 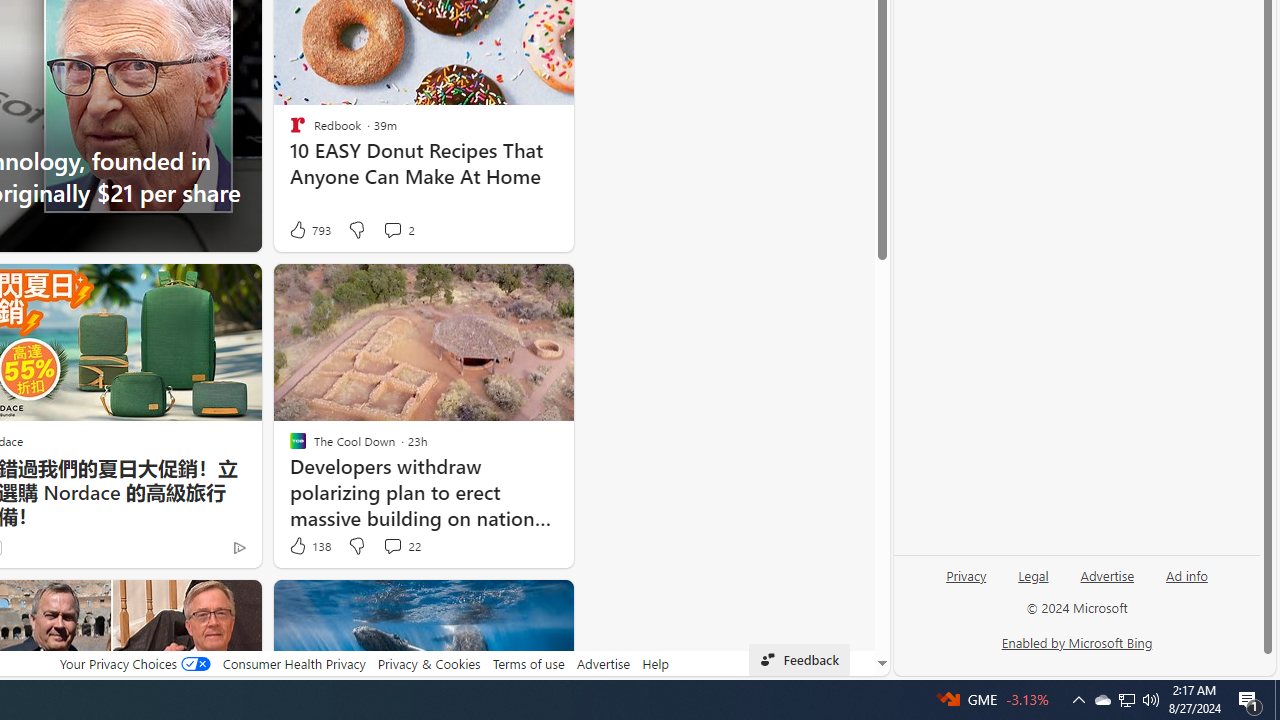 What do you see at coordinates (392, 229) in the screenshot?
I see `'View comments 2 Comment'` at bounding box center [392, 229].